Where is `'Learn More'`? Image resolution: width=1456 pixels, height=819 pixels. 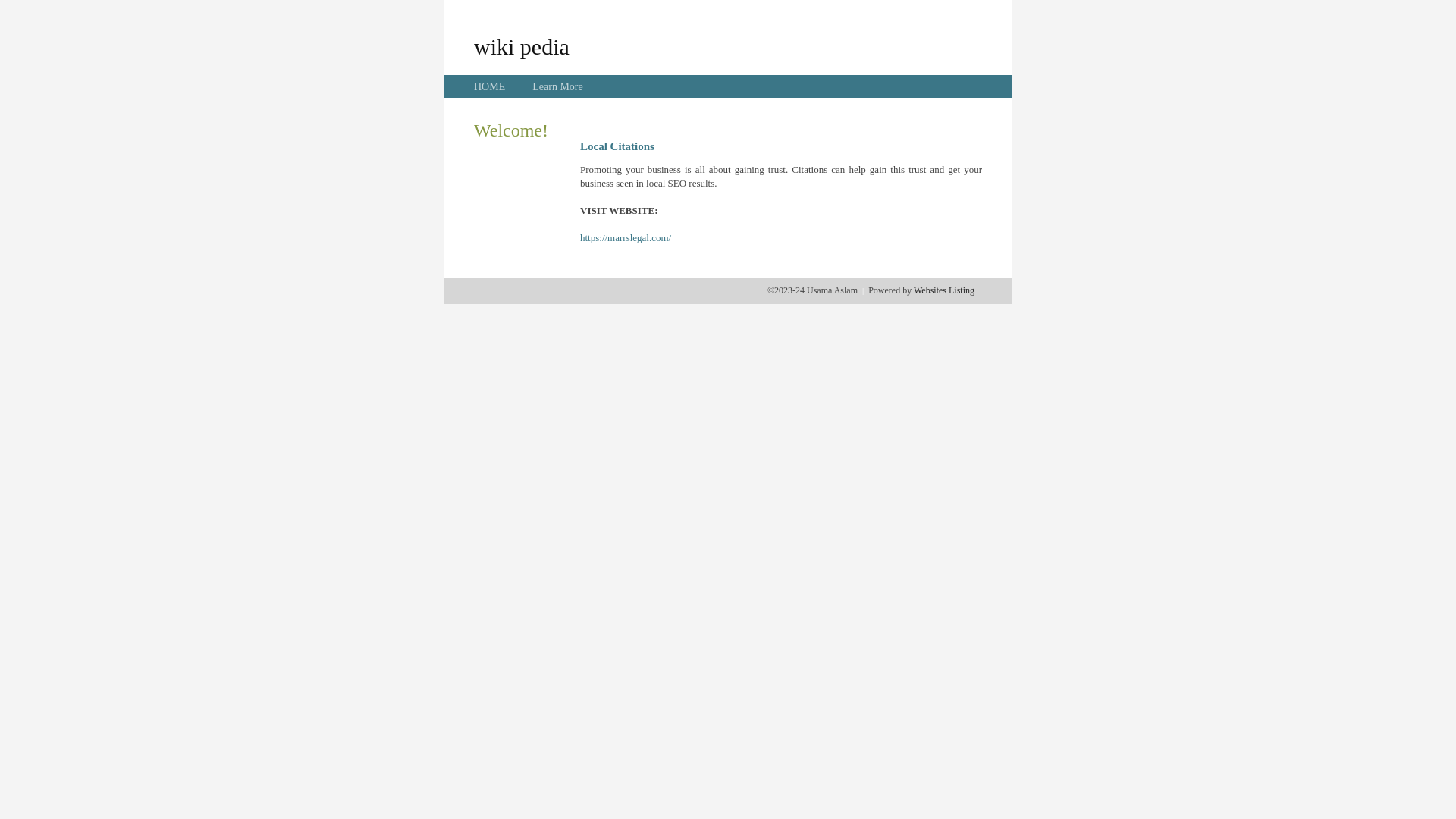
'Learn More' is located at coordinates (556, 86).